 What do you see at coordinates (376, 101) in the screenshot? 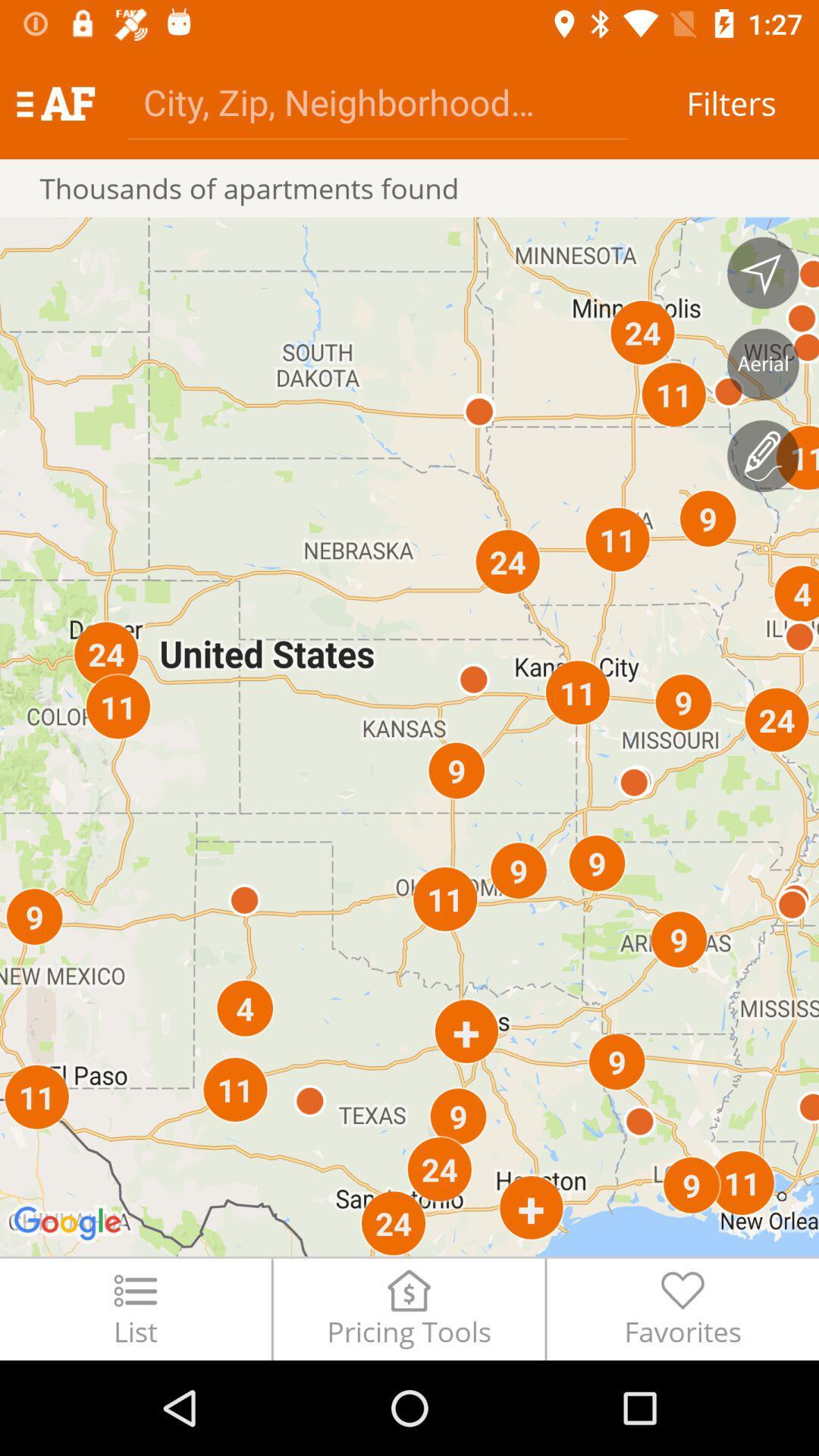
I see `open search box` at bounding box center [376, 101].